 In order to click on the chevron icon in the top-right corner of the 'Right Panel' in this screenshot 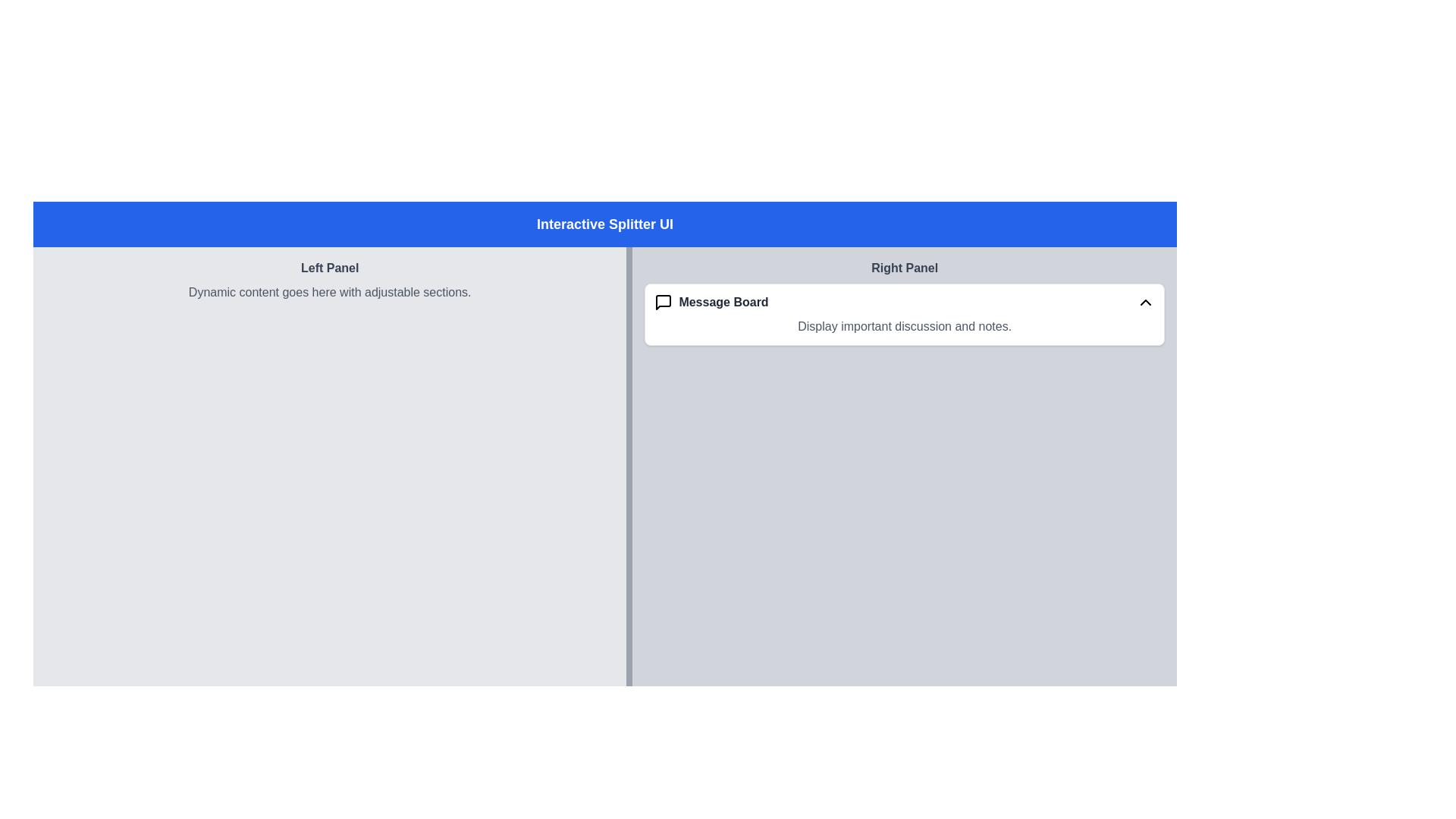, I will do `click(1146, 302)`.